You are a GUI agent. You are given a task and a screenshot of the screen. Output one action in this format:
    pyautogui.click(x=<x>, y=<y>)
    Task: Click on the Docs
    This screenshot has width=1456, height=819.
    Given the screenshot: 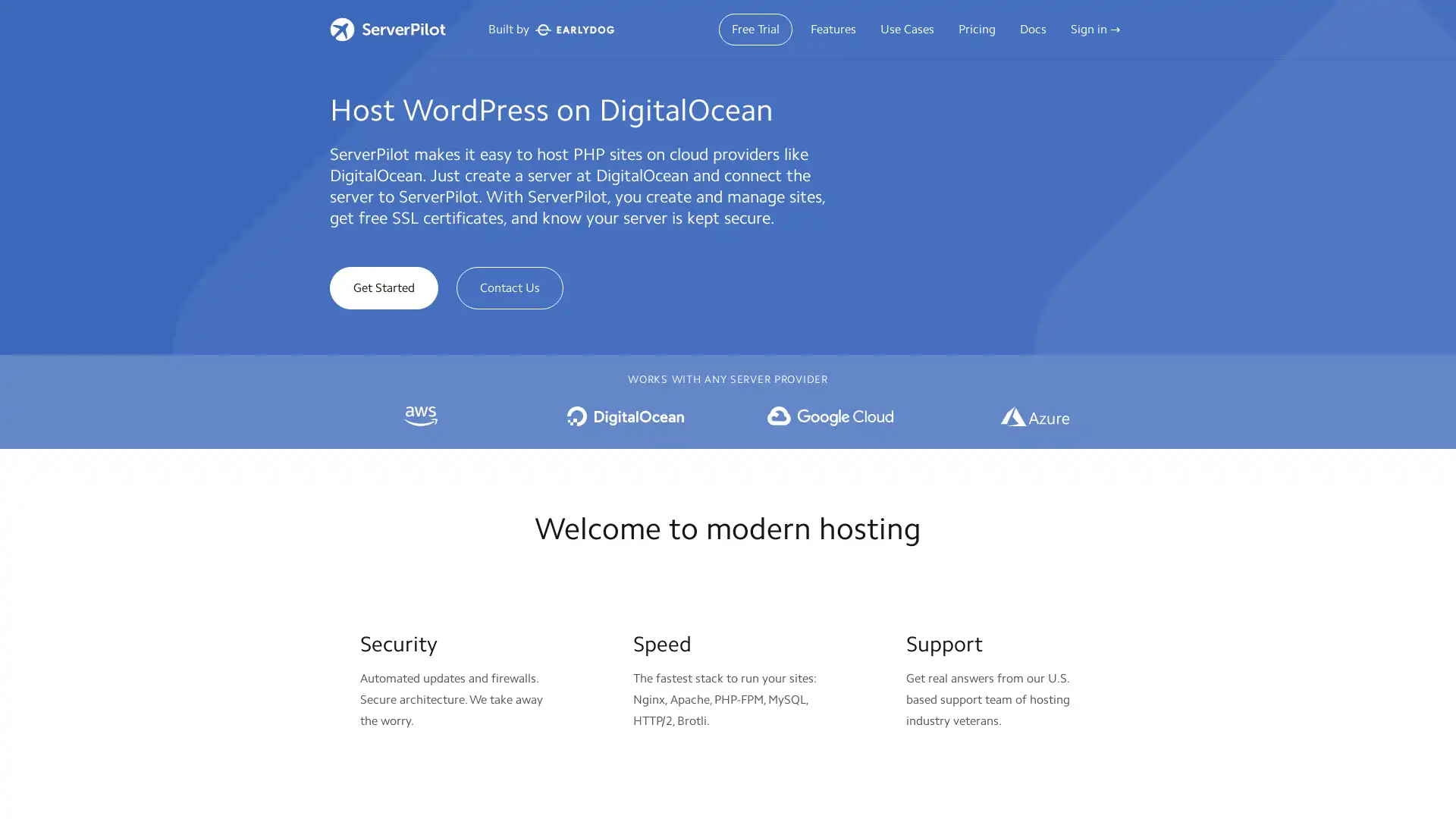 What is the action you would take?
    pyautogui.click(x=1032, y=29)
    